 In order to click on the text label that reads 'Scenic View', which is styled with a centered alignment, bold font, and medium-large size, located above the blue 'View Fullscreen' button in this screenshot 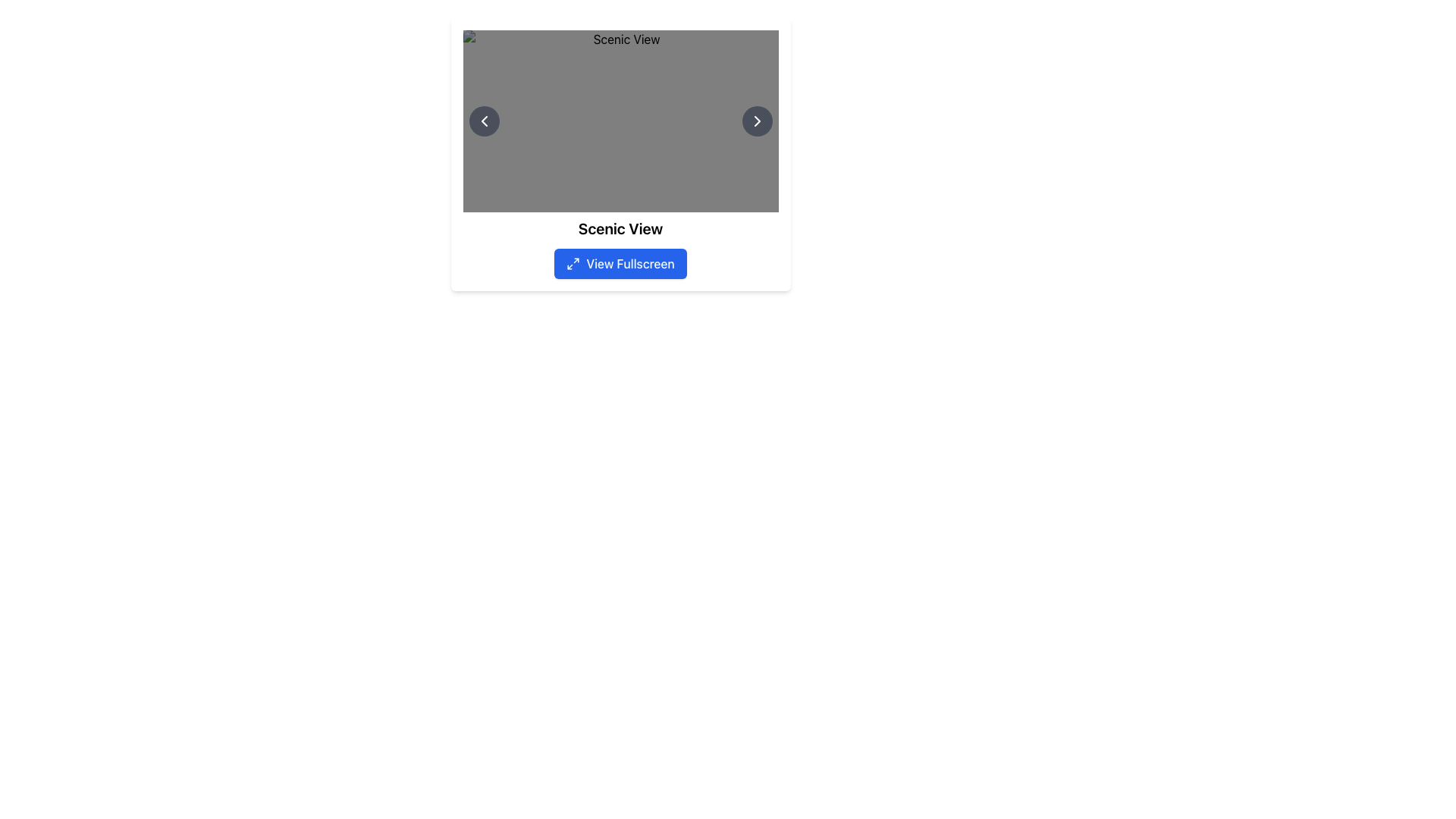, I will do `click(620, 228)`.